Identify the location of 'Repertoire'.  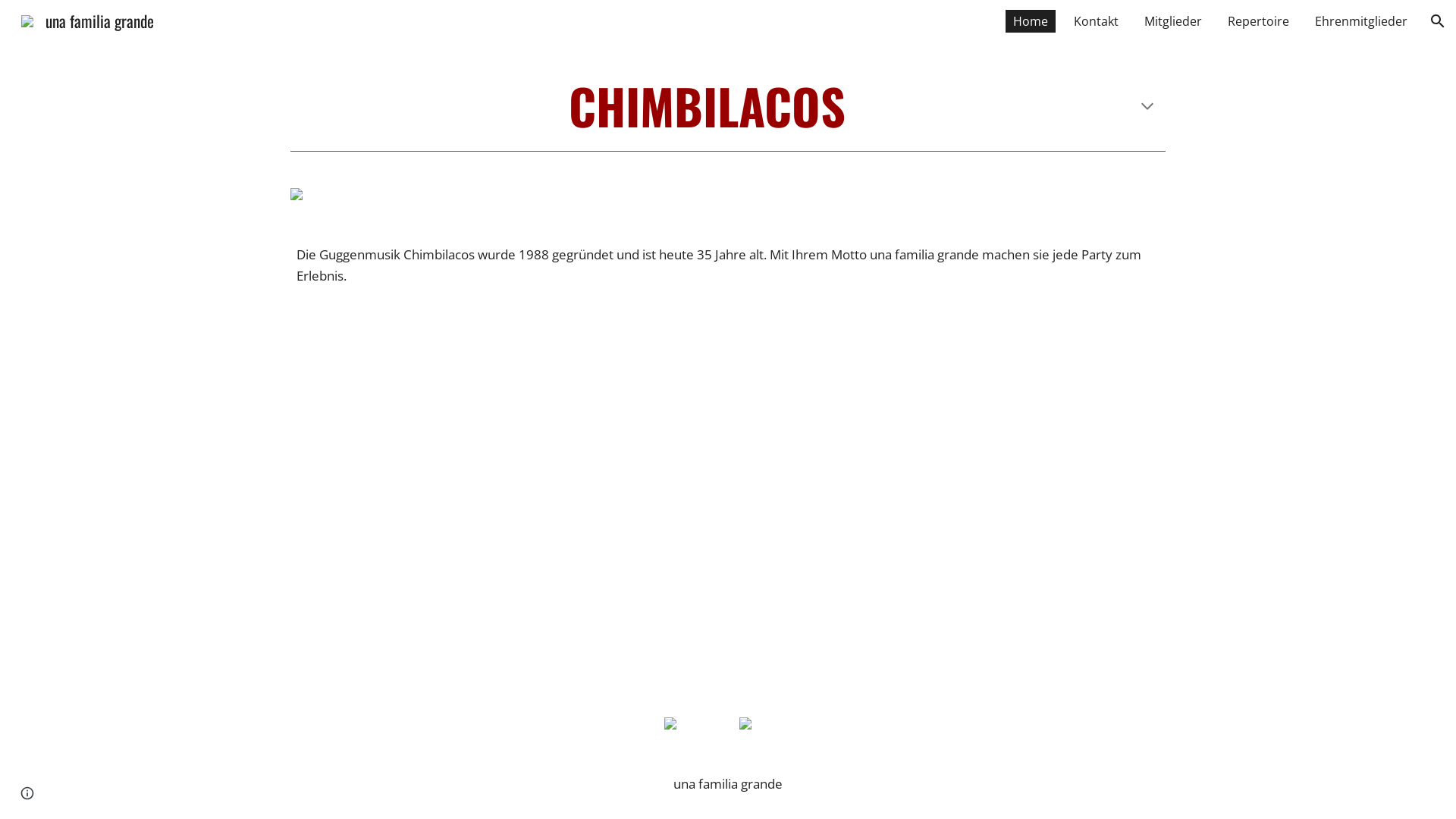
(1258, 20).